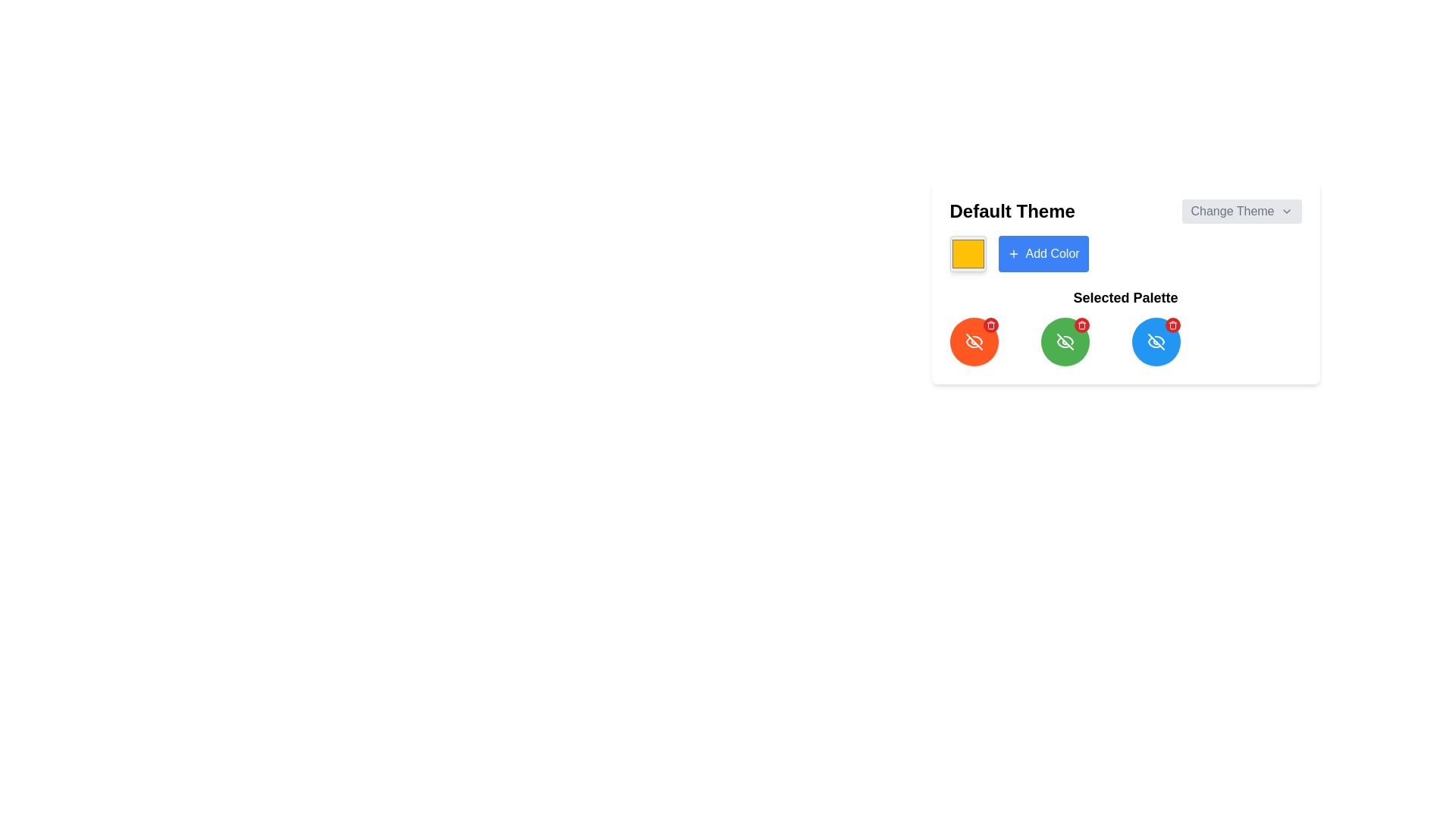  I want to click on the vibrant orange circular button with a central white 'eye-off' icon to trigger tooltip or highlighting effects, so click(974, 342).